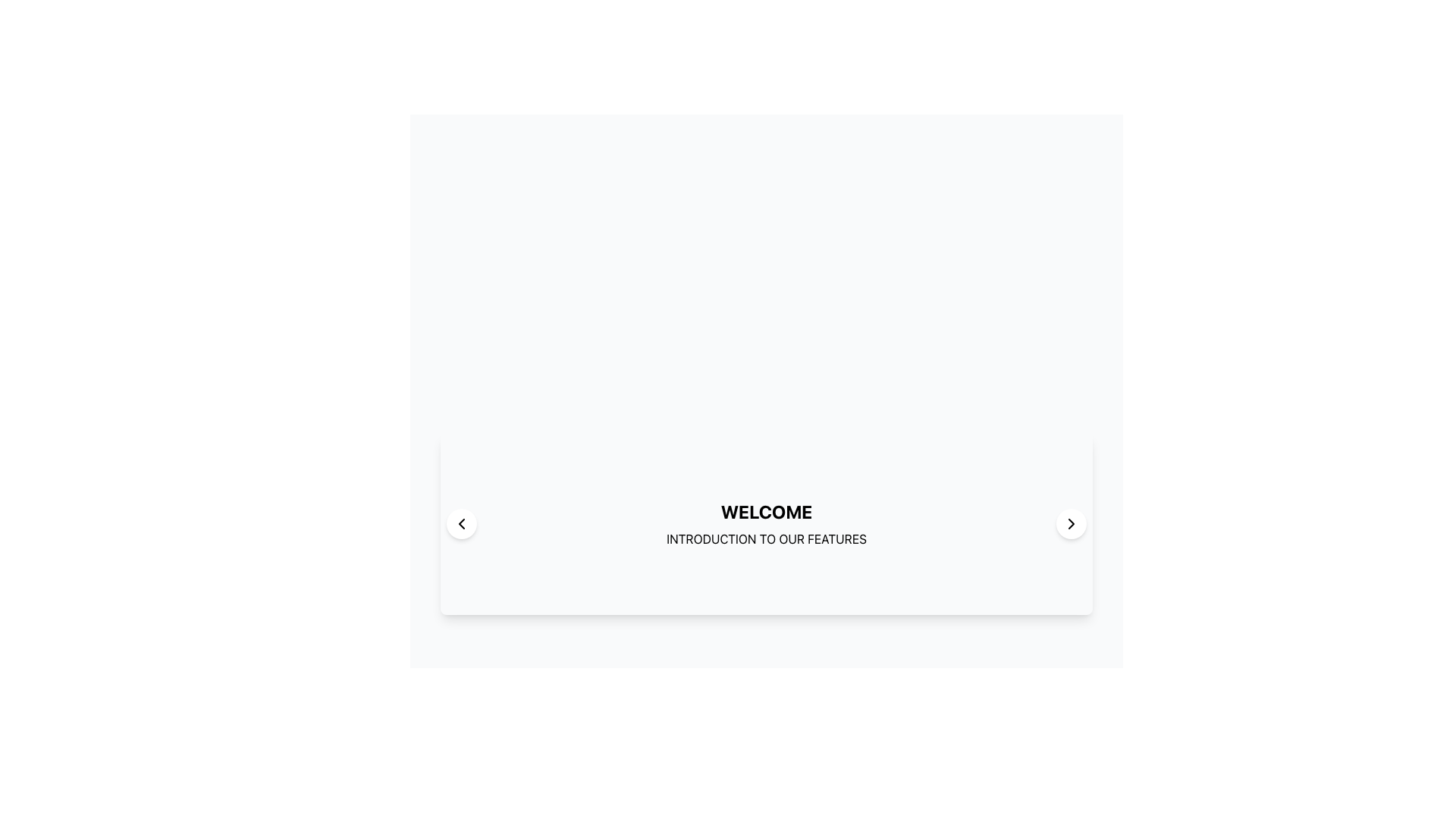  I want to click on the navigation icon embedded in the button, so click(461, 522).